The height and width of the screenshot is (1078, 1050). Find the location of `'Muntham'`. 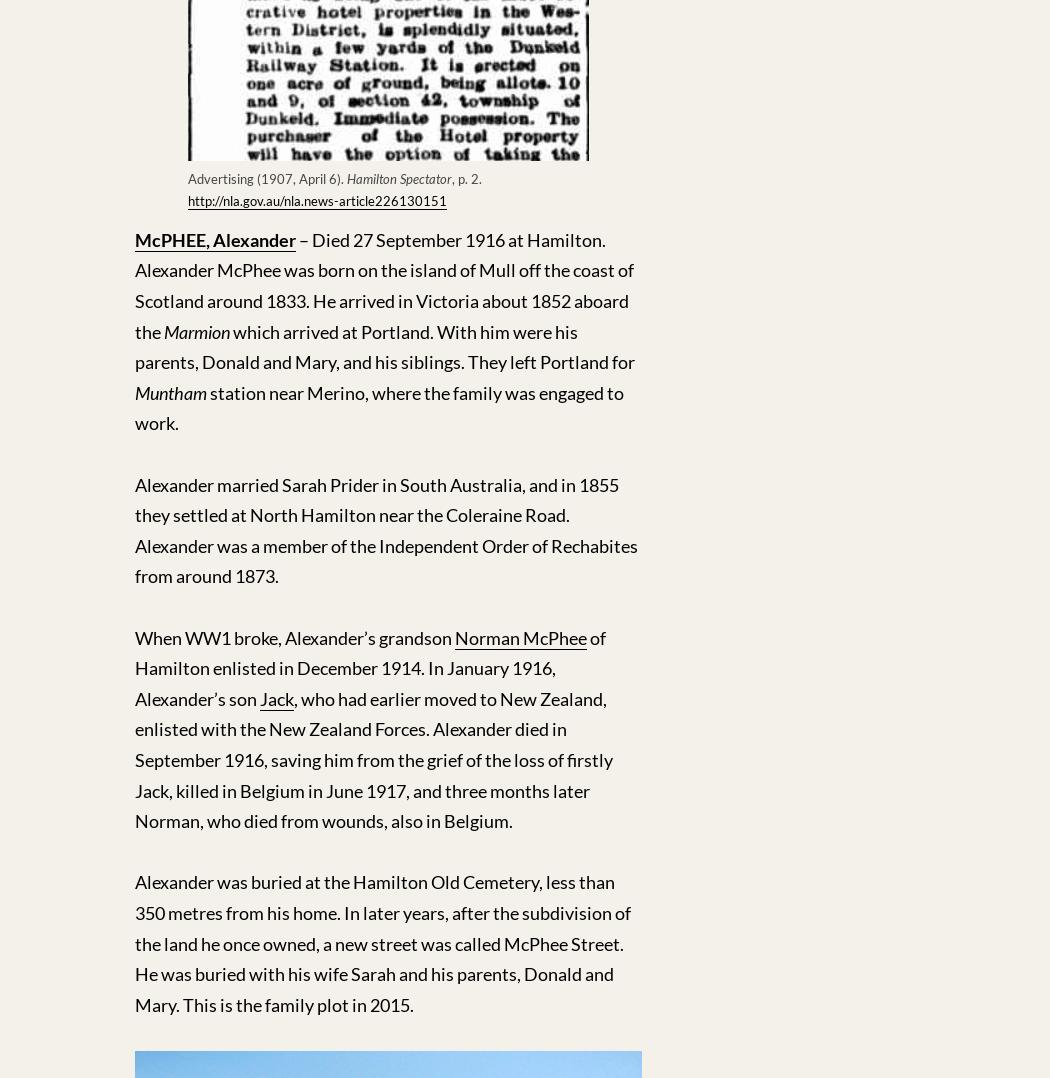

'Muntham' is located at coordinates (171, 390).